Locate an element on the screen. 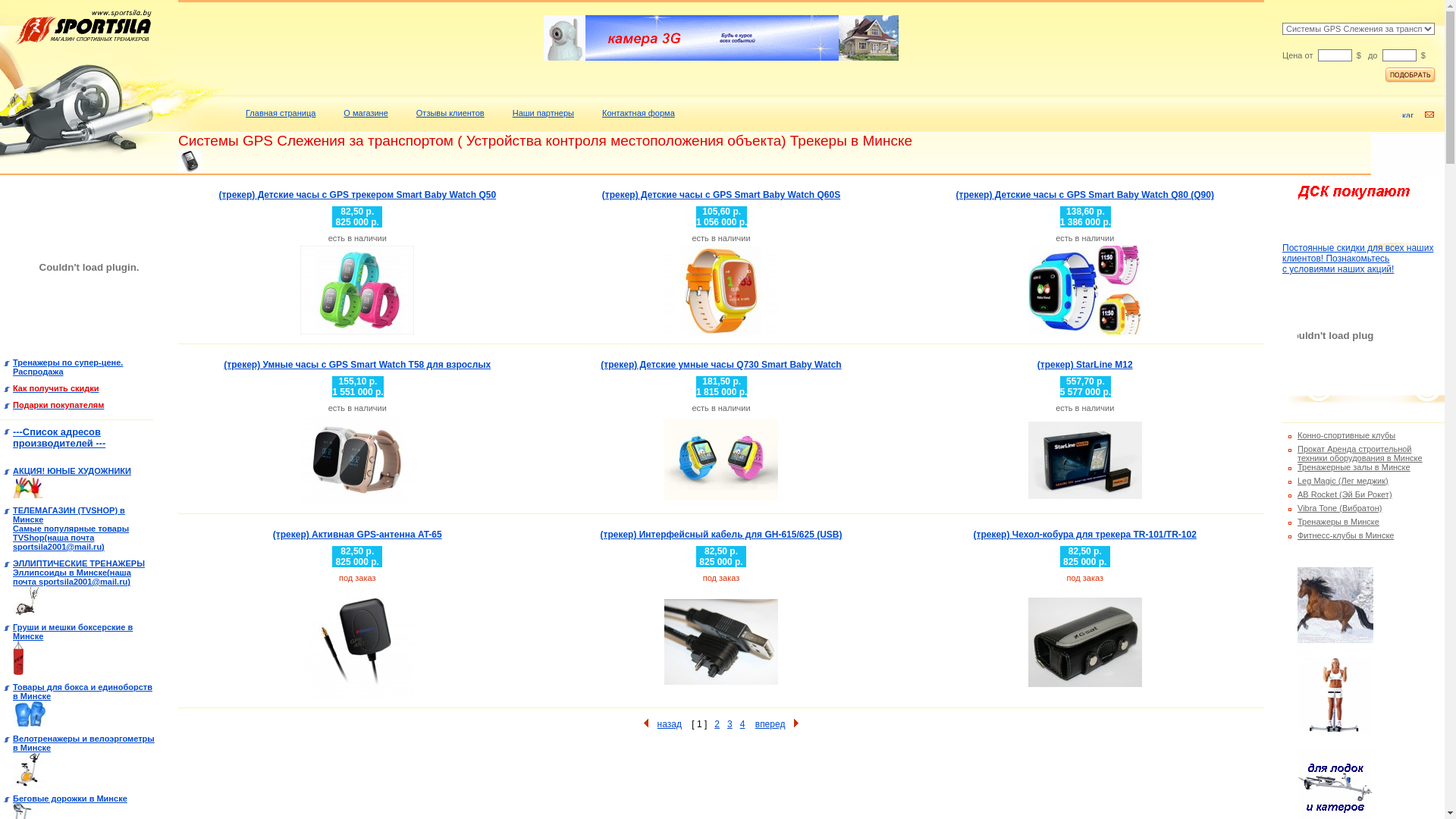  '4' is located at coordinates (742, 723).